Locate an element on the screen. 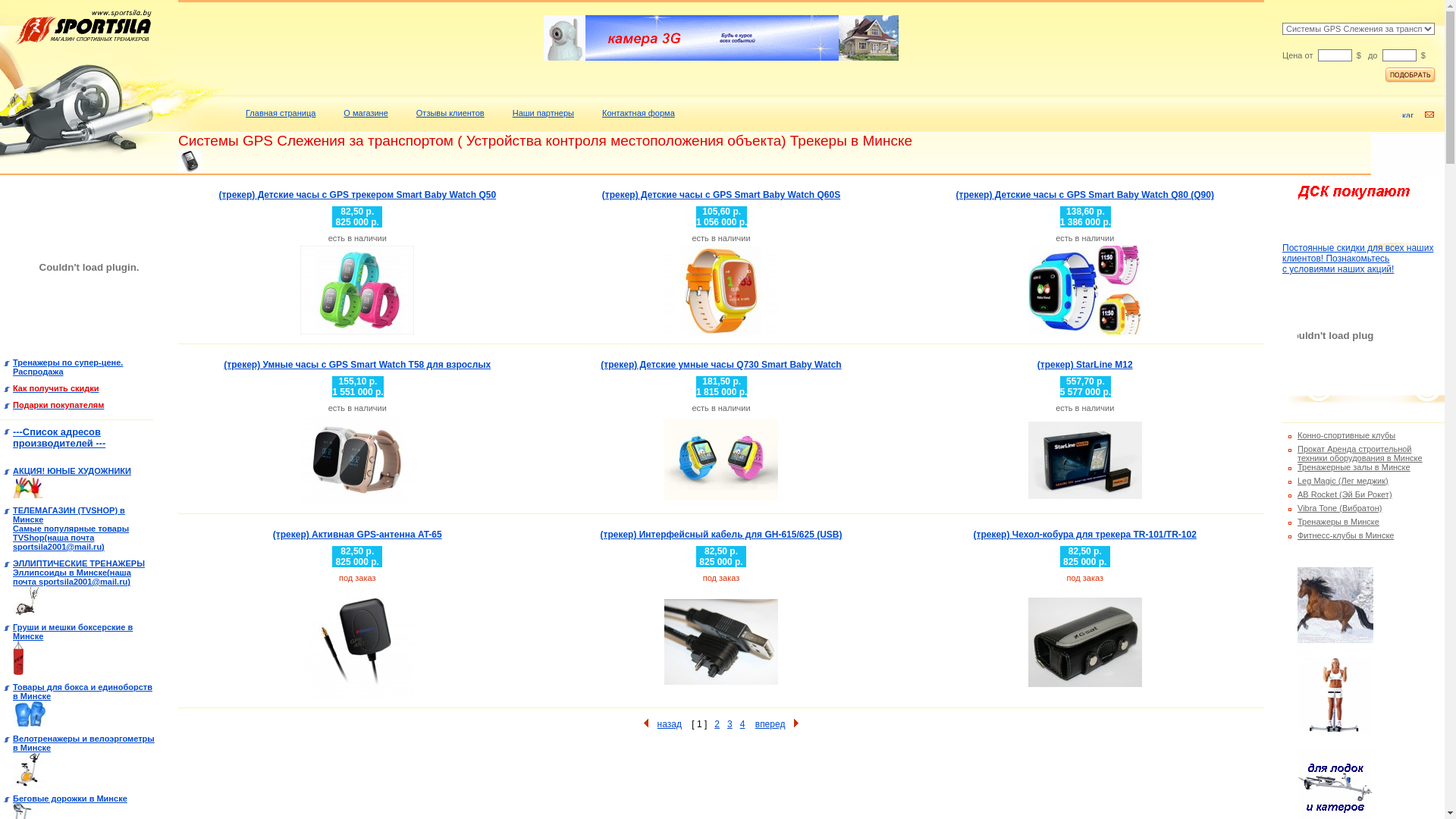  '4' is located at coordinates (742, 723).